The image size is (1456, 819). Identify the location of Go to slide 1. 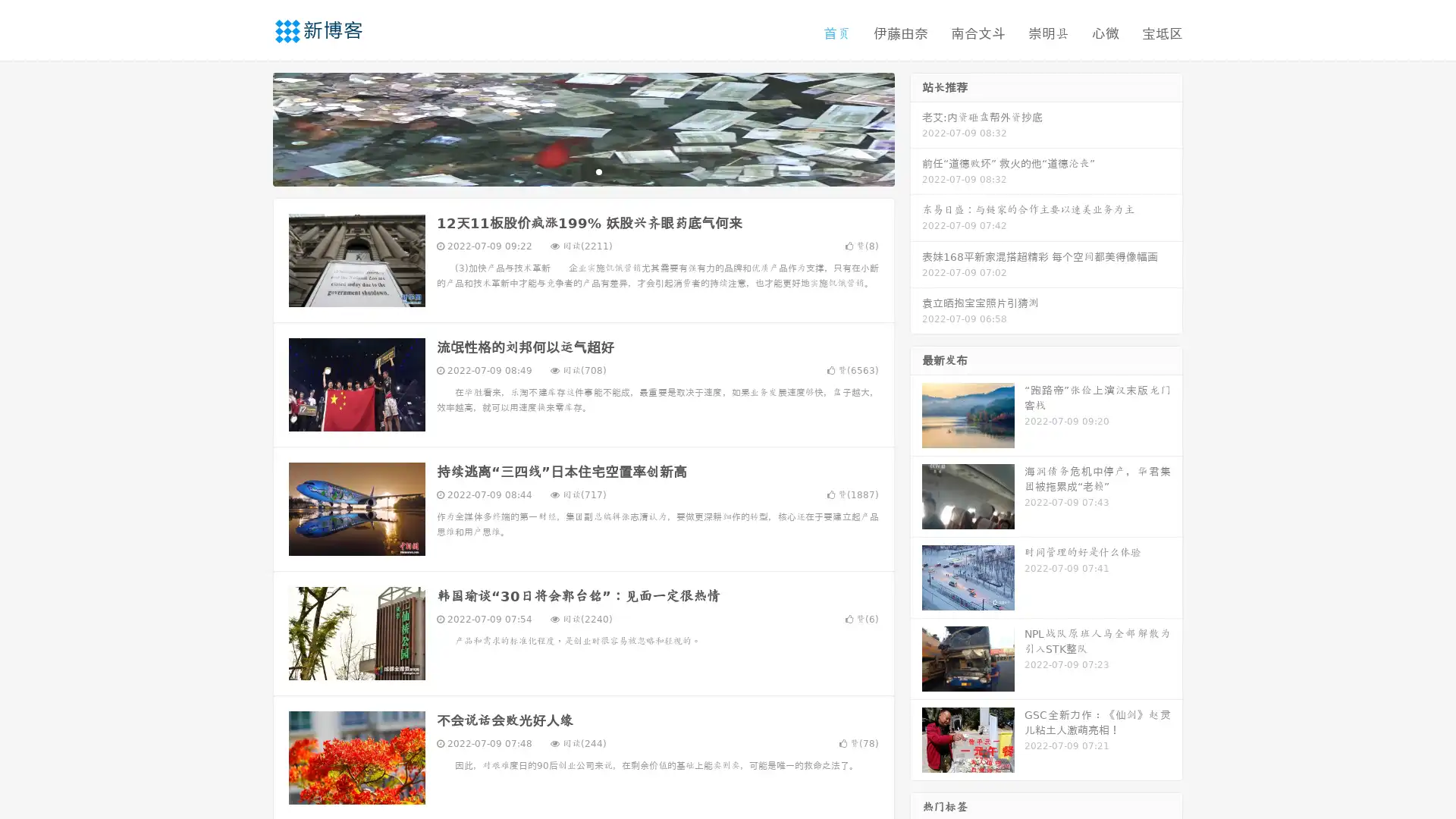
(567, 171).